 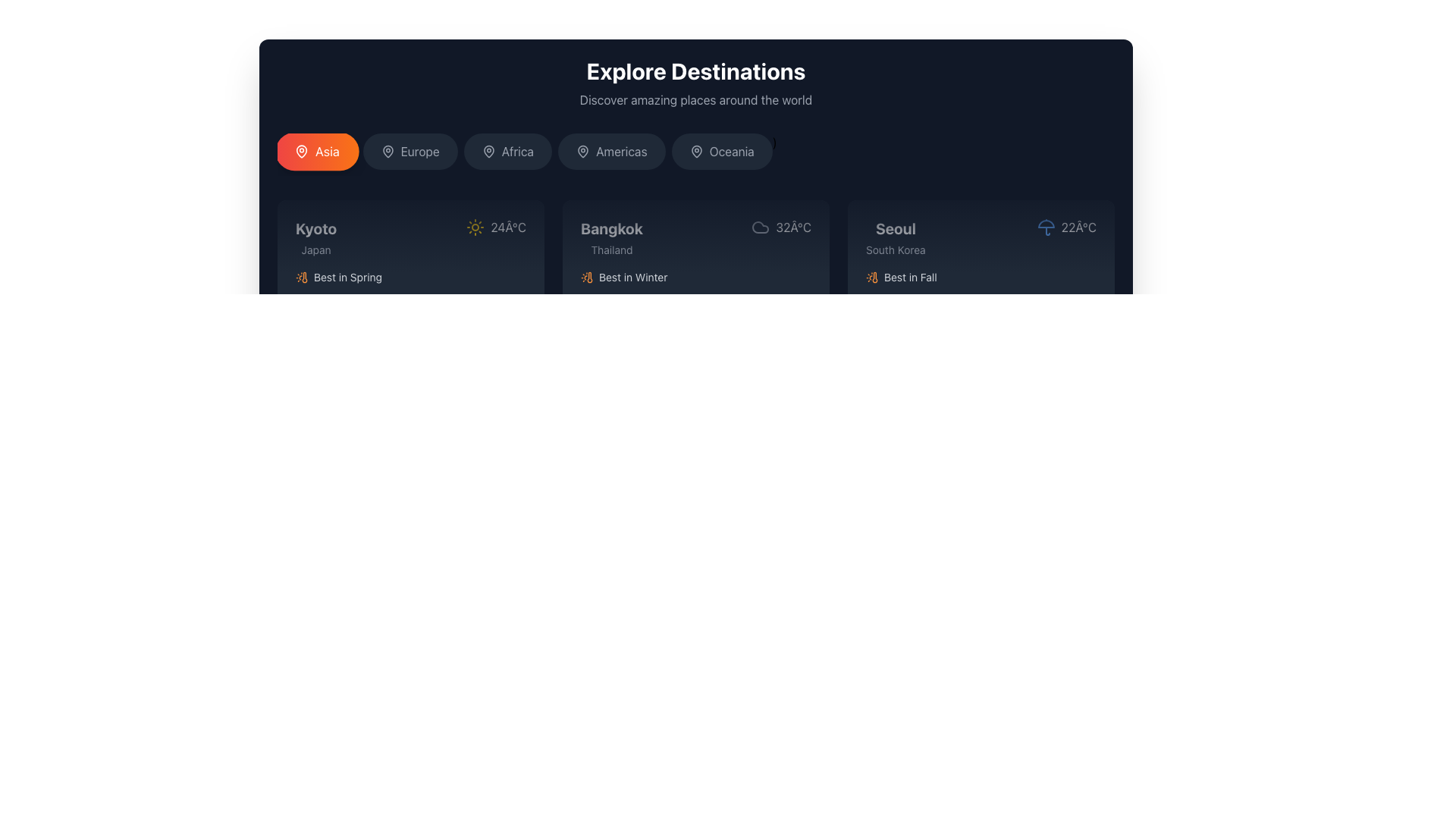 What do you see at coordinates (611, 228) in the screenshot?
I see `the text label displaying 'Bangkok' in bold white font, which is positioned above 'Thailand' within a card-like structure in the middle section of destination recommendations` at bounding box center [611, 228].